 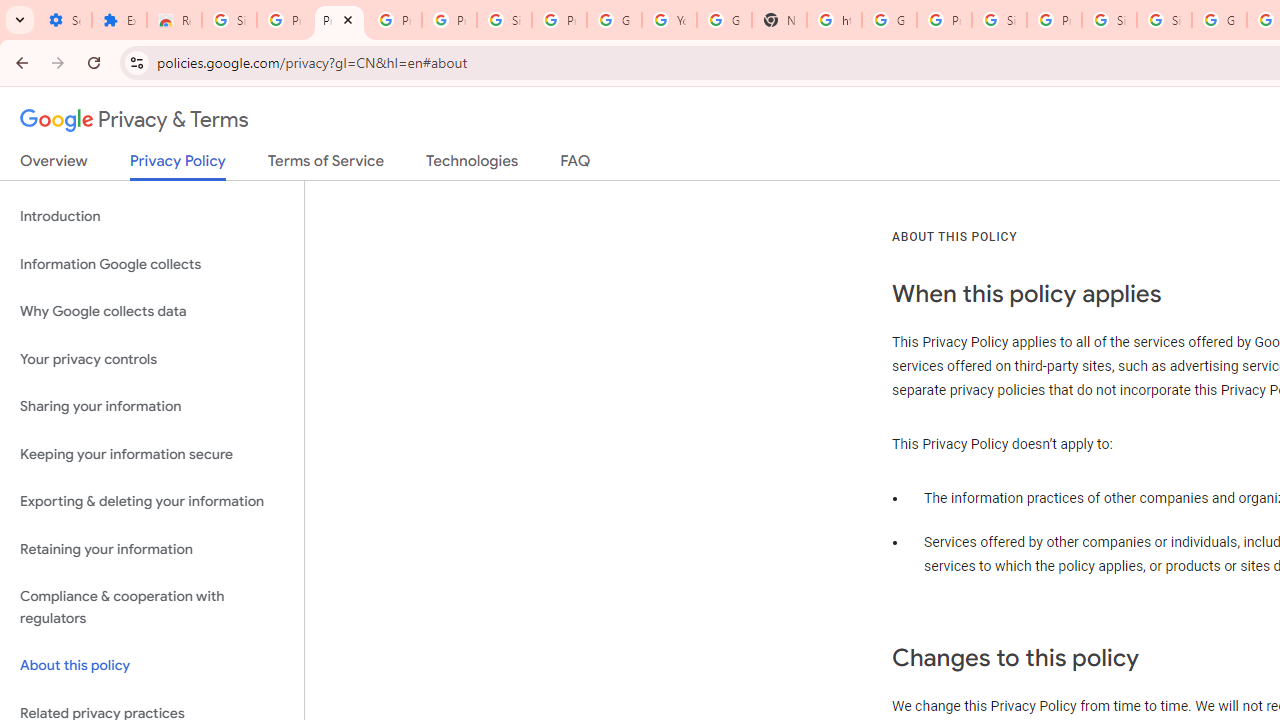 I want to click on 'Exporting & deleting your information', so click(x=151, y=501).